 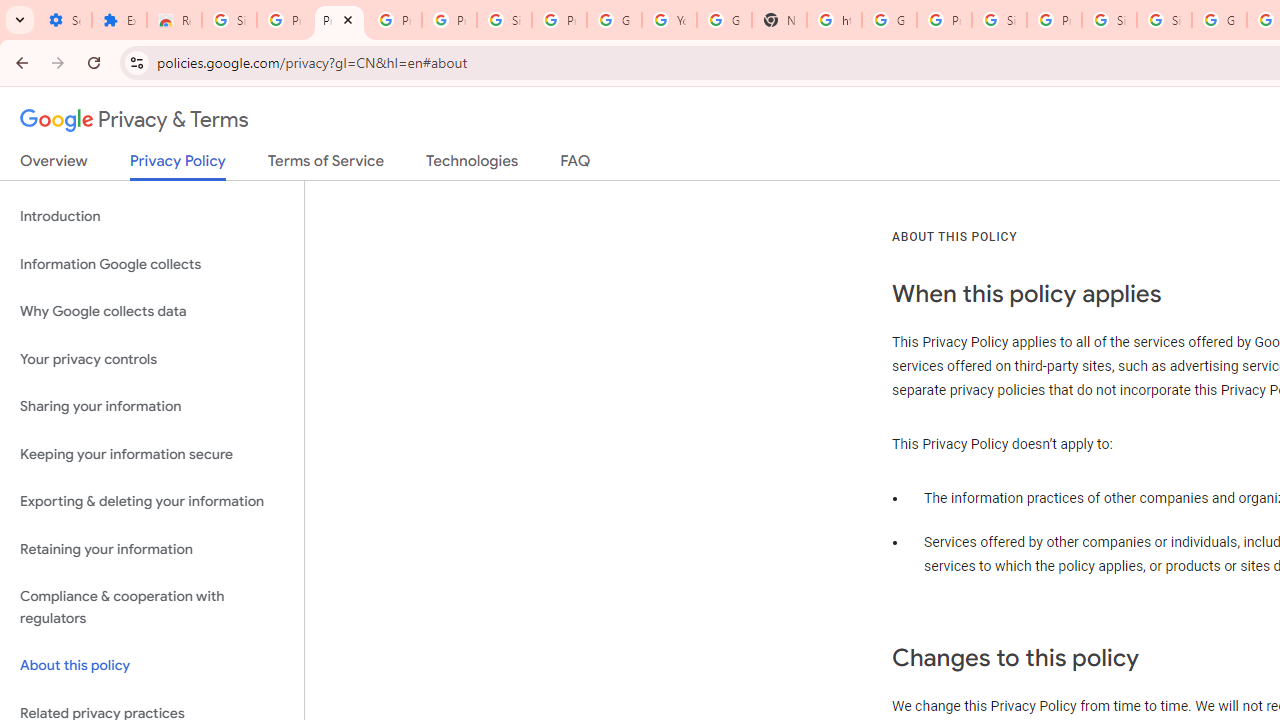 I want to click on 'Exporting & deleting your information', so click(x=151, y=501).